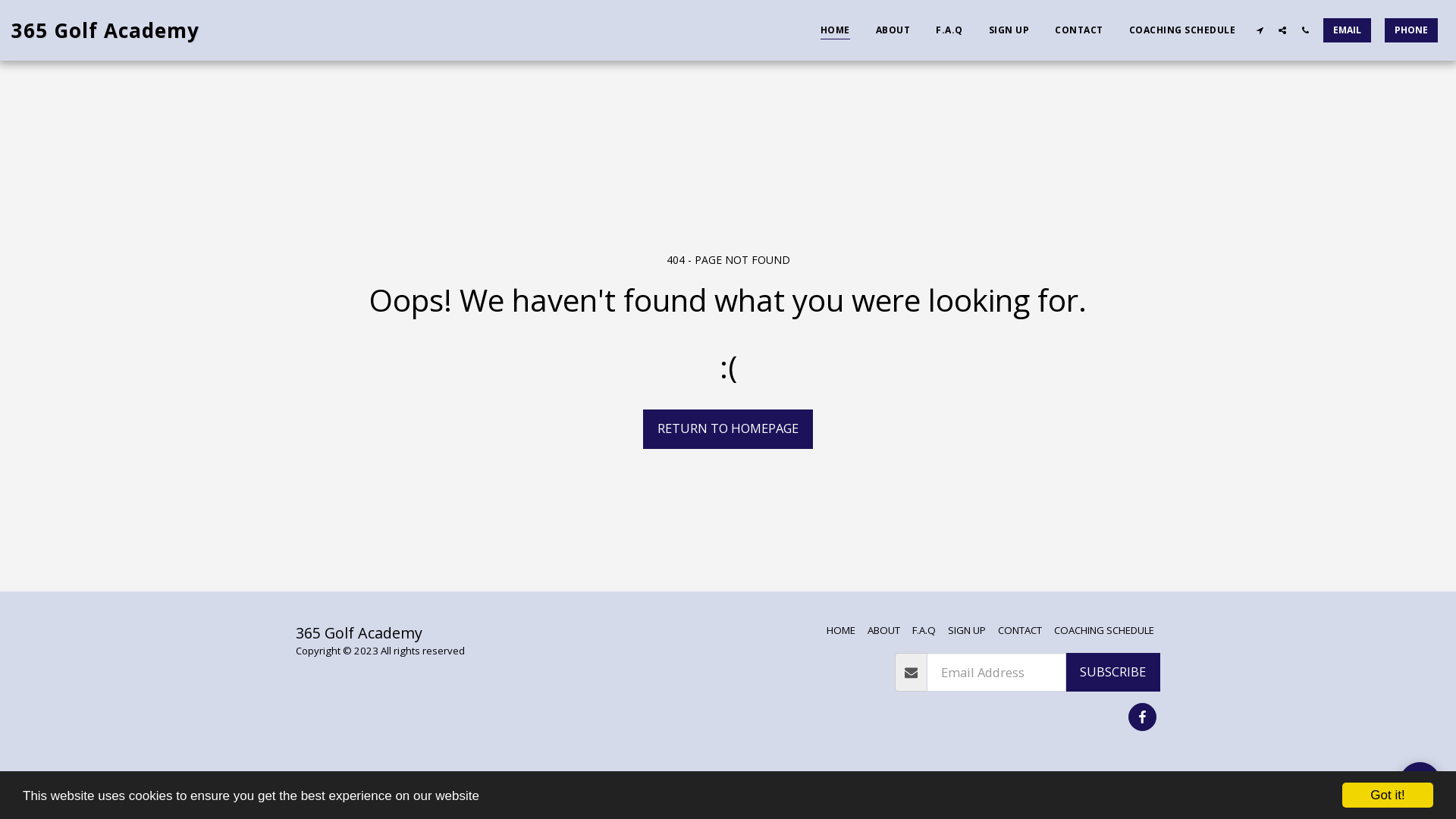  I want to click on '365 Golf Academy', so click(11, 30).